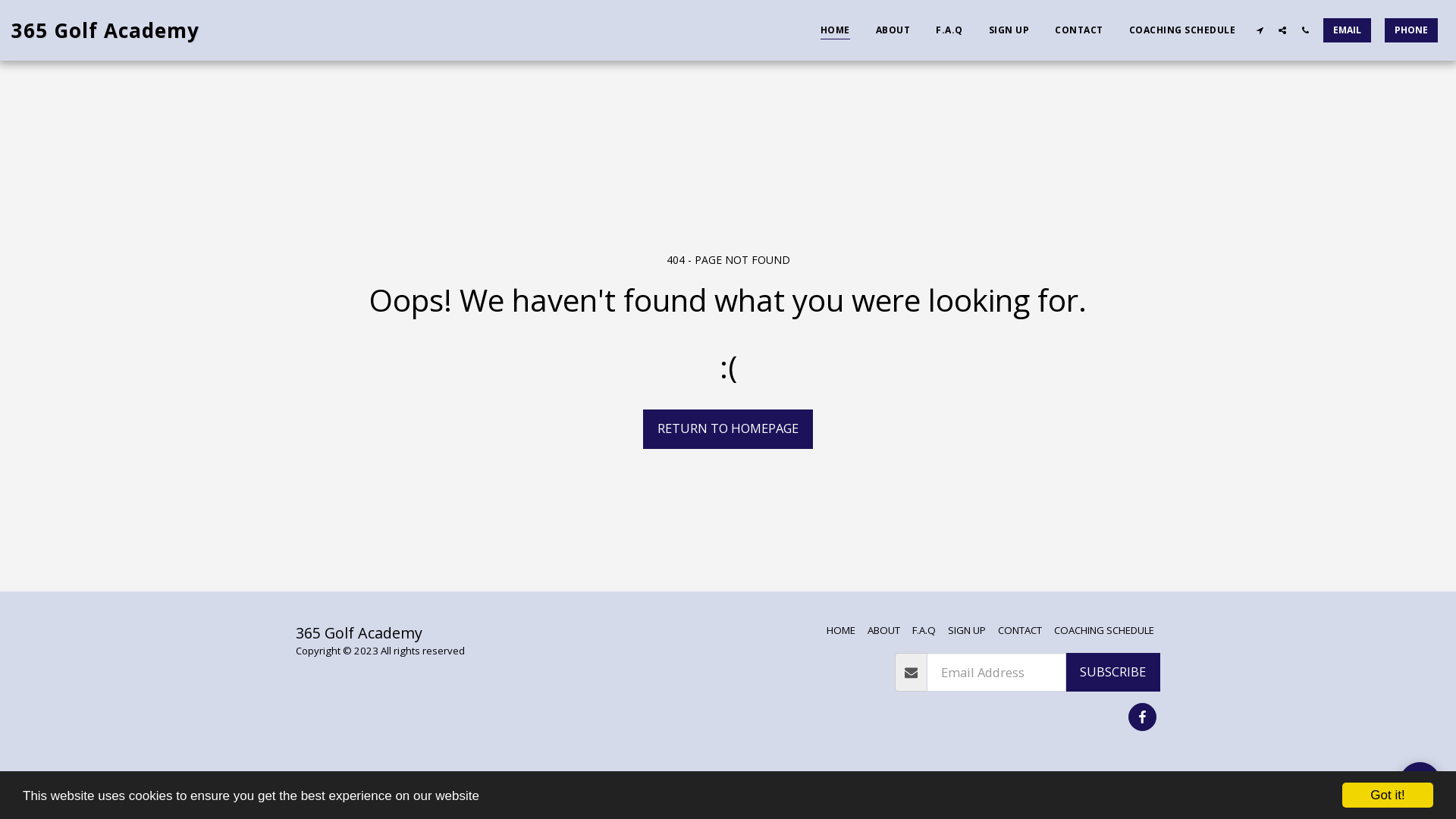  I want to click on '365 Golf Academy', so click(11, 30).